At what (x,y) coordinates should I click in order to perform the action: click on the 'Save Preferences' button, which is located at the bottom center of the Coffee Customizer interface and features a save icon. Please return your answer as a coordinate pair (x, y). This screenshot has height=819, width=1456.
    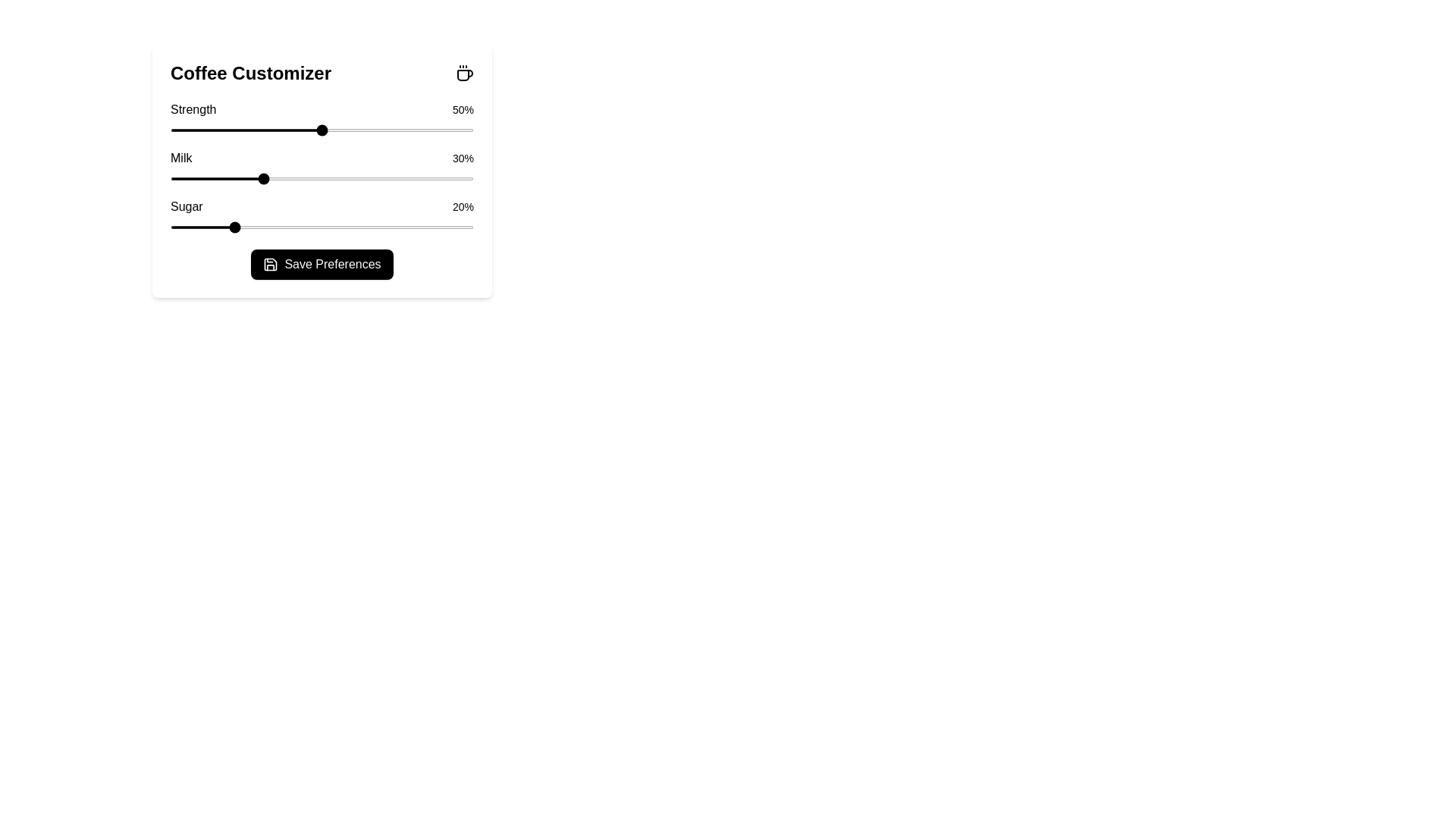
    Looking at the image, I should click on (271, 263).